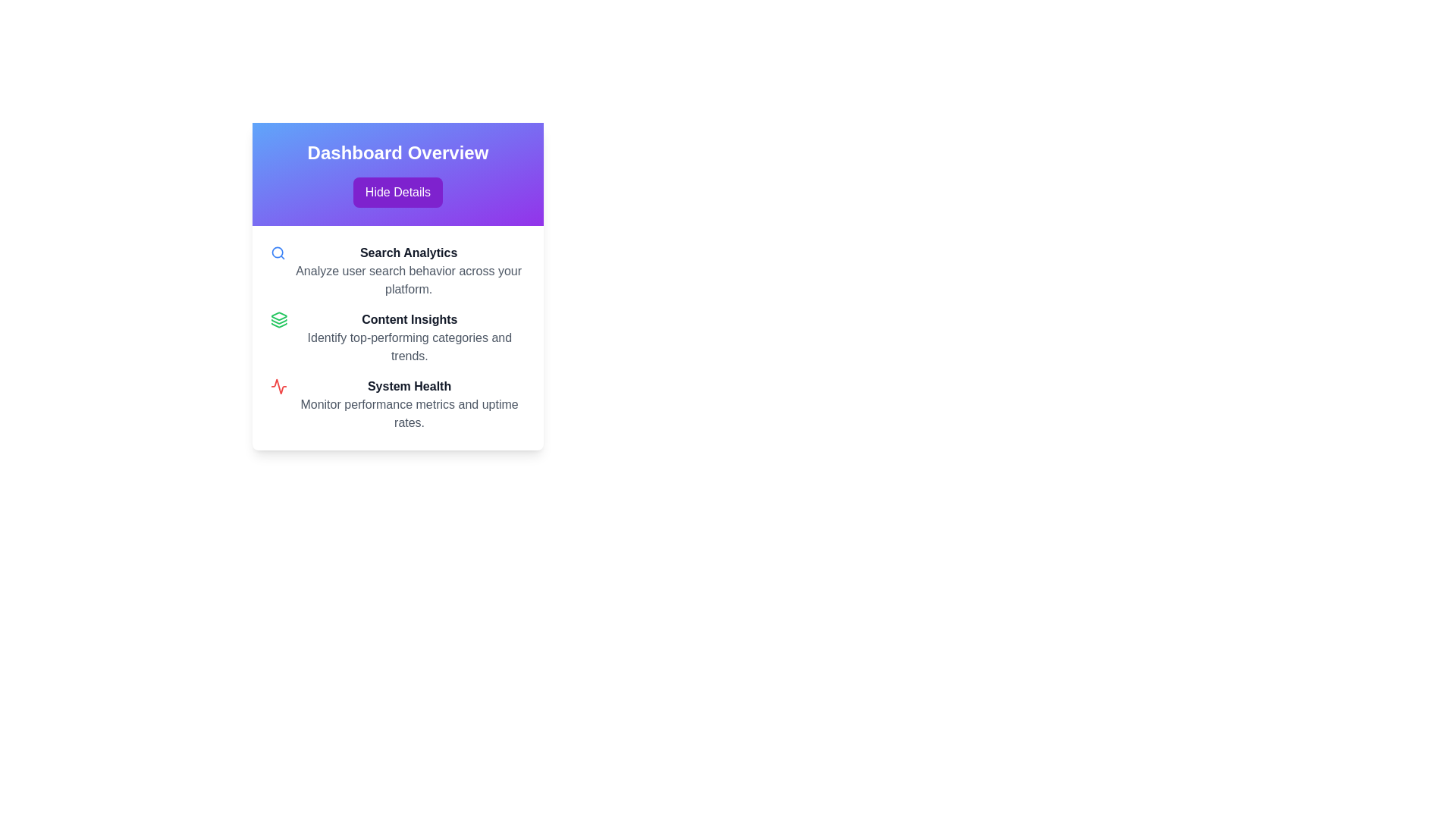 This screenshot has width=1456, height=819. I want to click on the Text block that provides the informational heading 'Content Insights' and the subtitle 'Identify top-performing categories and trends', located centrally in the content area of the dashboard, between 'Search Analytics' and 'System Health', so click(409, 337).